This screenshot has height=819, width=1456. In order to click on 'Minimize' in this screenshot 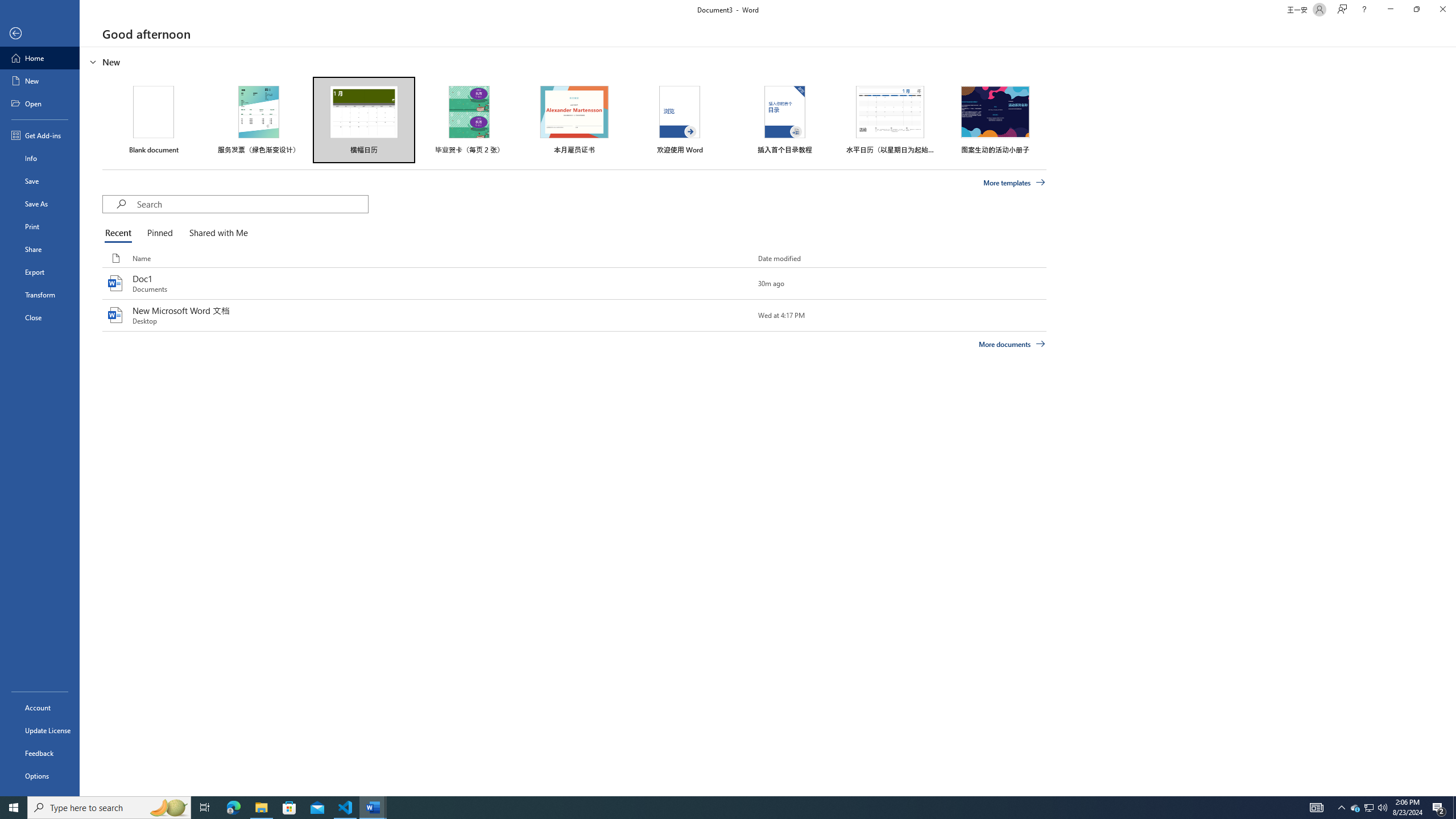, I will do `click(1389, 9)`.